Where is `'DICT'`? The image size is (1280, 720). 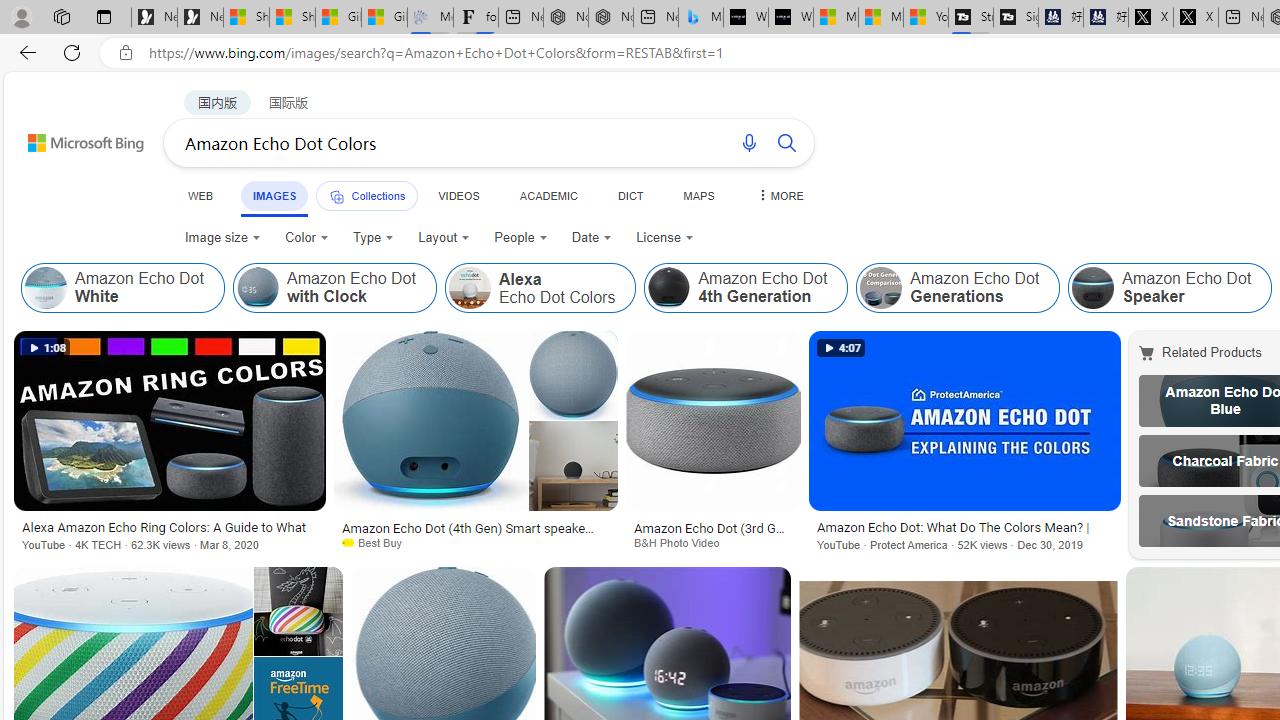 'DICT' is located at coordinates (629, 195).